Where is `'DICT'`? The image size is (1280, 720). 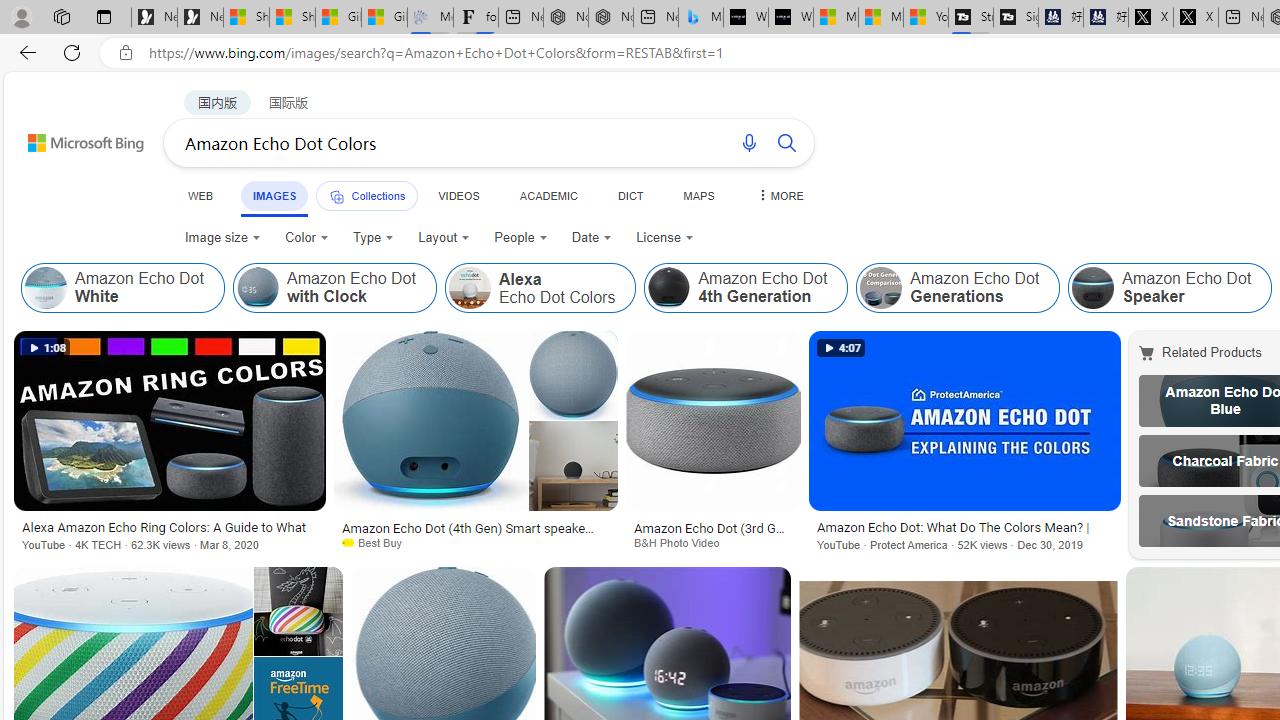 'DICT' is located at coordinates (629, 195).